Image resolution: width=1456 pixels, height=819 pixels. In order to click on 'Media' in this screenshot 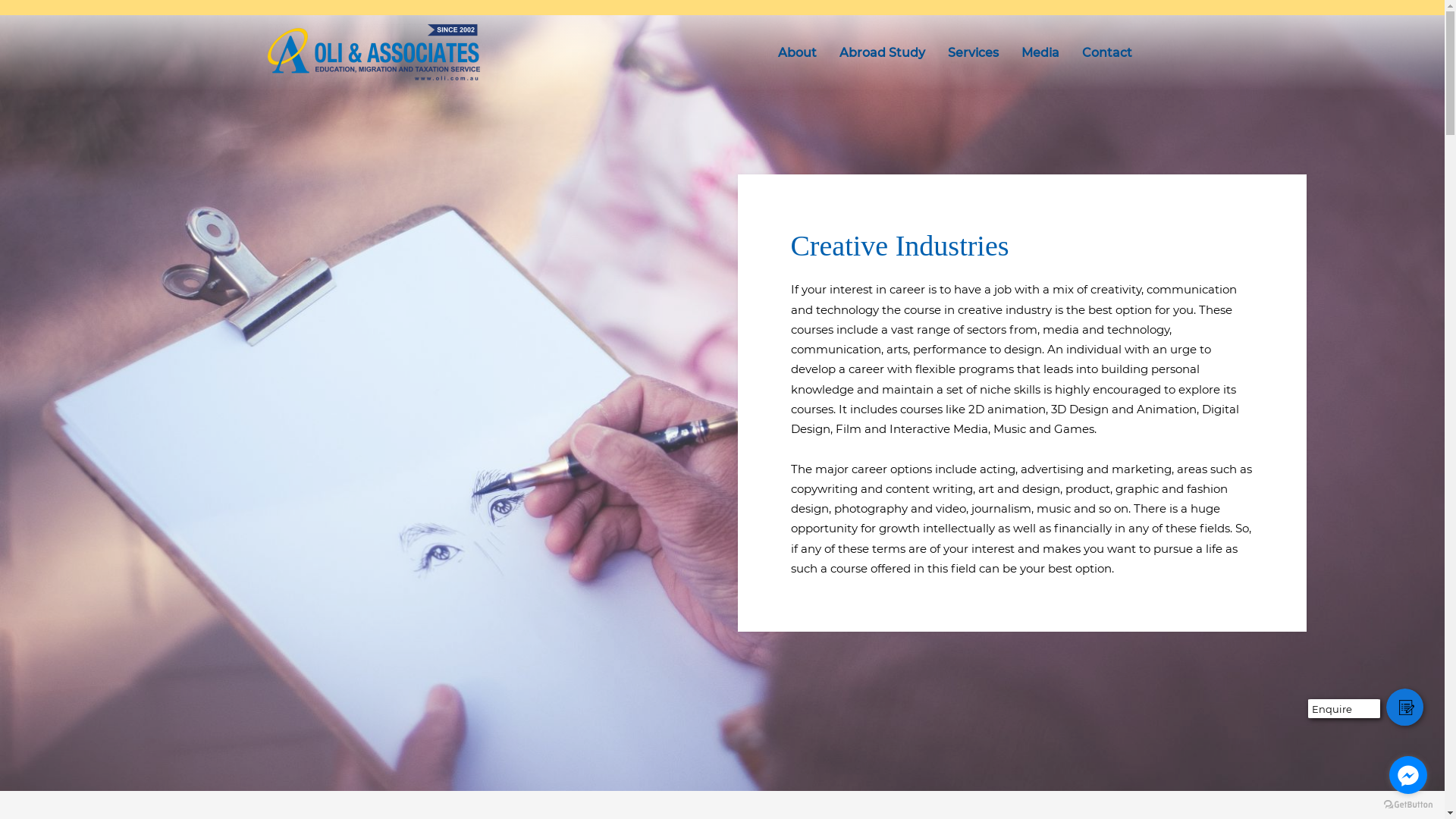, I will do `click(1040, 52)`.